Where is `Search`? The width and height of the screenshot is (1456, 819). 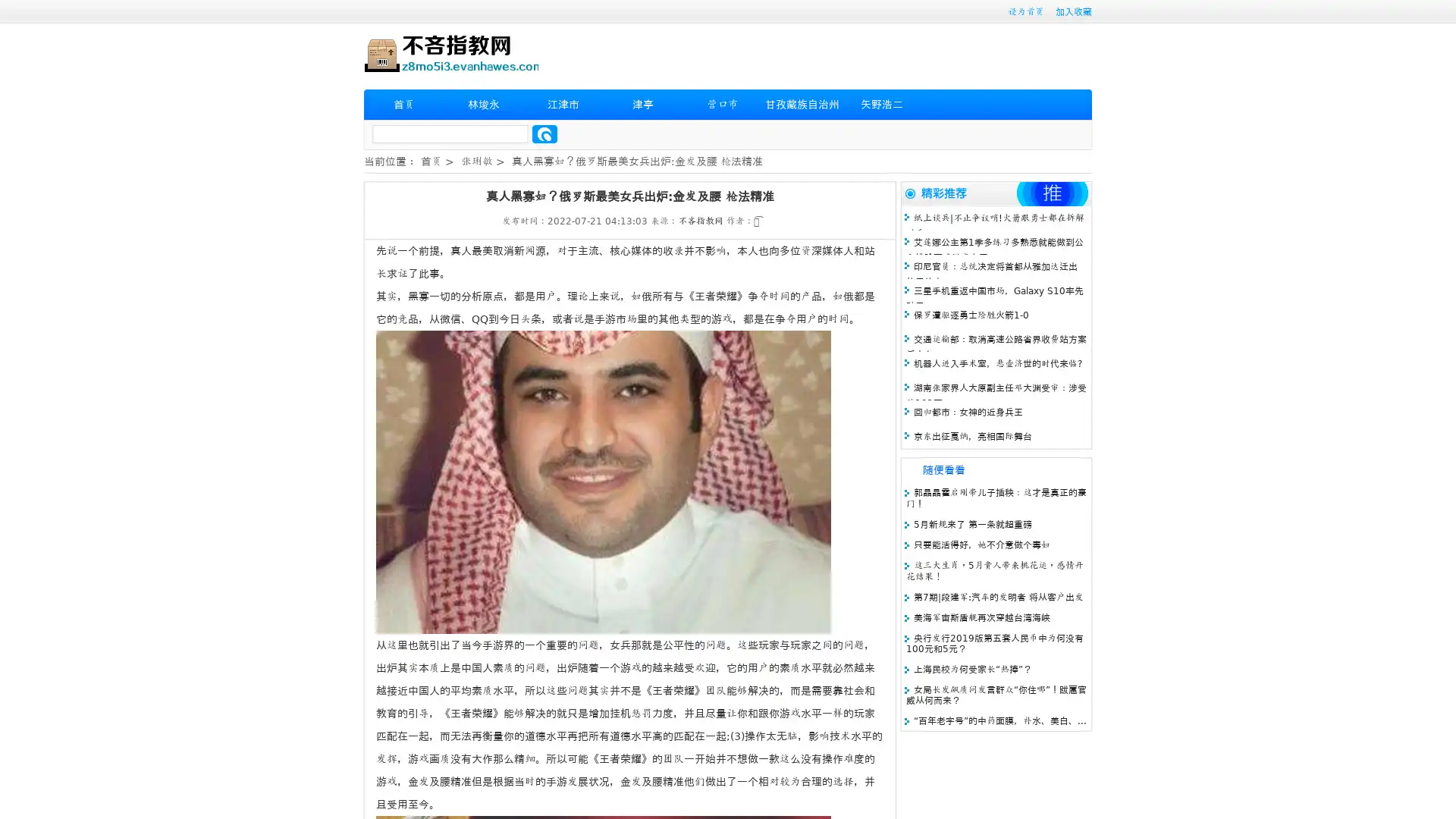 Search is located at coordinates (544, 133).